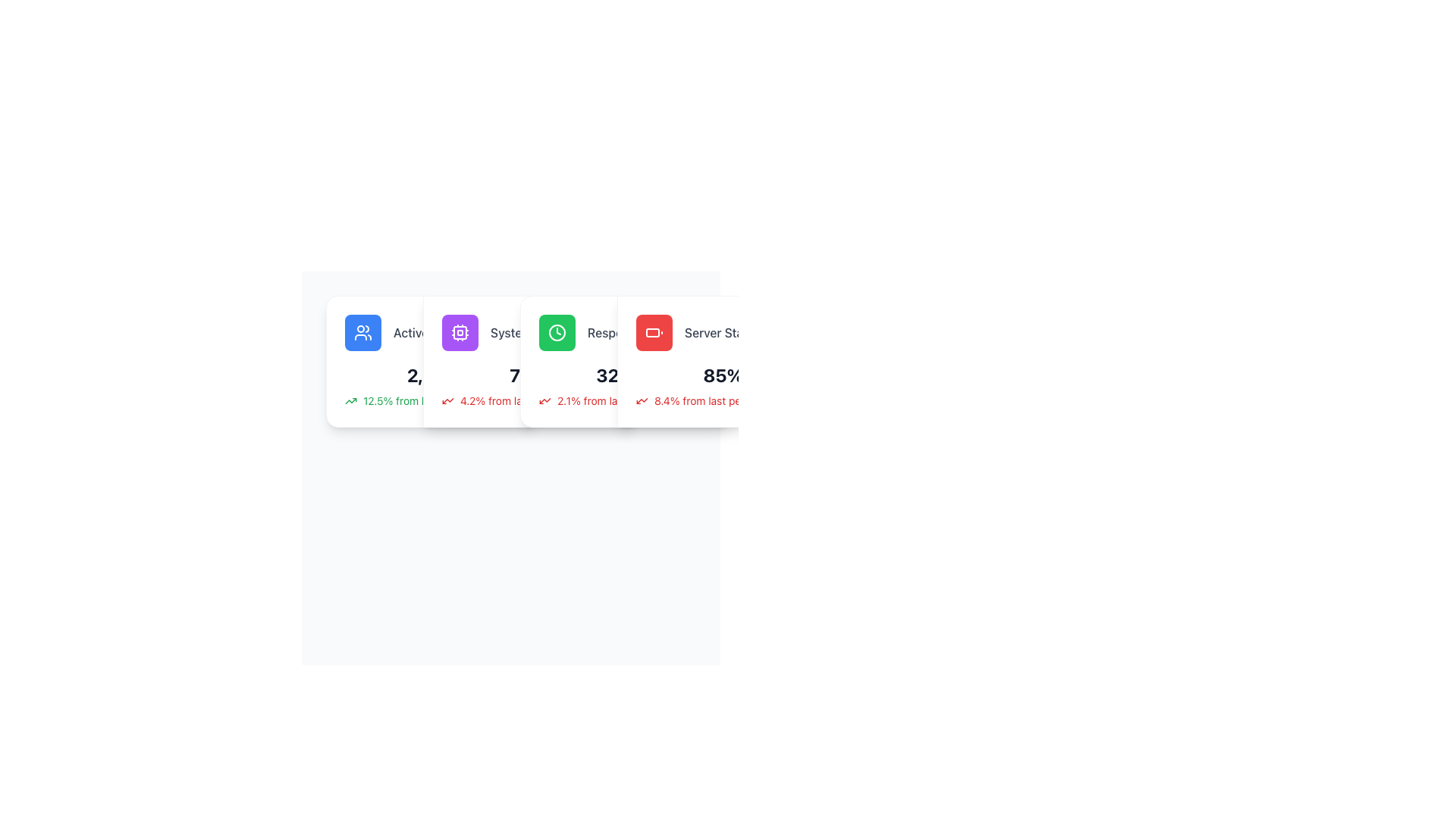 The width and height of the screenshot is (1456, 819). I want to click on the 'Server Status' label, which is a medium-weight gray text label located to the right of a red battery icon, so click(722, 332).